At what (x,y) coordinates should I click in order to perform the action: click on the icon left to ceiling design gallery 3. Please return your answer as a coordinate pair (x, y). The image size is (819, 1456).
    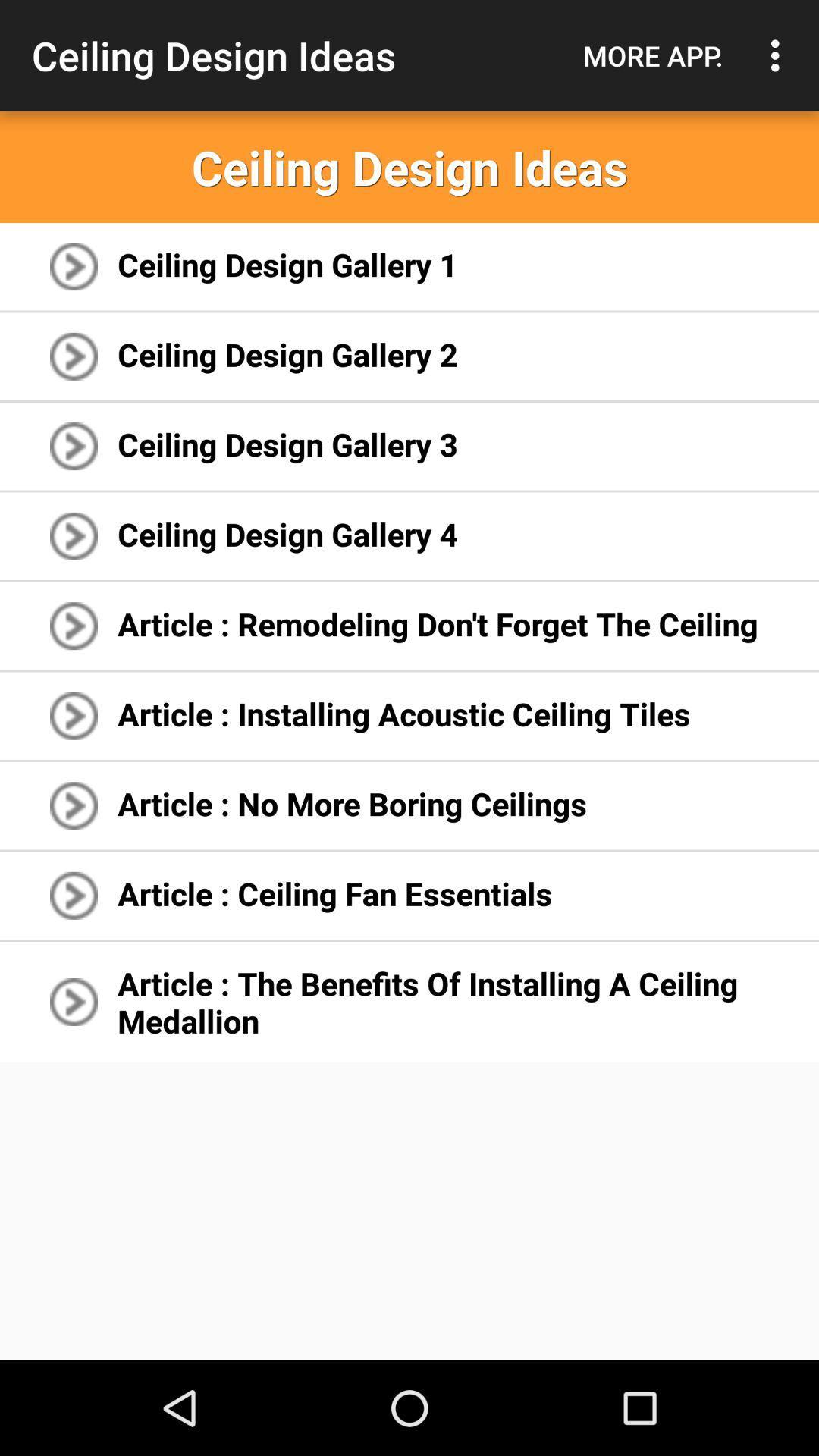
    Looking at the image, I should click on (74, 445).